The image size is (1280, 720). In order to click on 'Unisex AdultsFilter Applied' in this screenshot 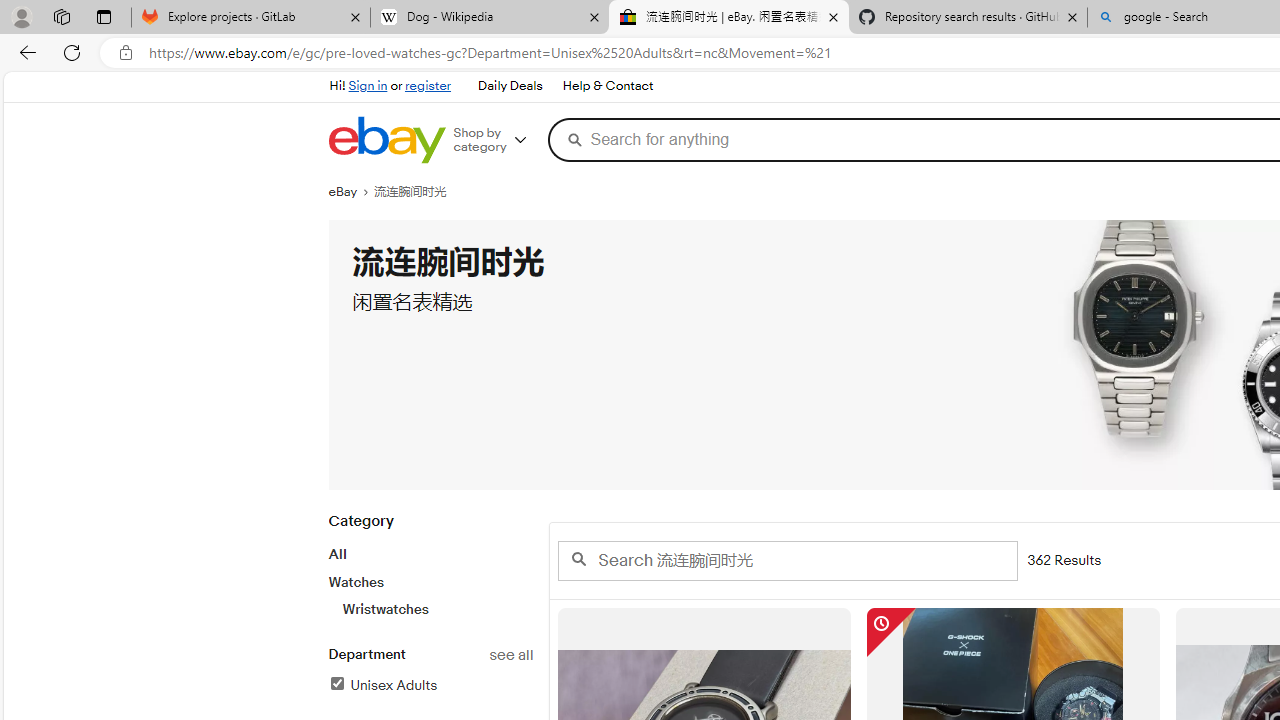, I will do `click(429, 685)`.